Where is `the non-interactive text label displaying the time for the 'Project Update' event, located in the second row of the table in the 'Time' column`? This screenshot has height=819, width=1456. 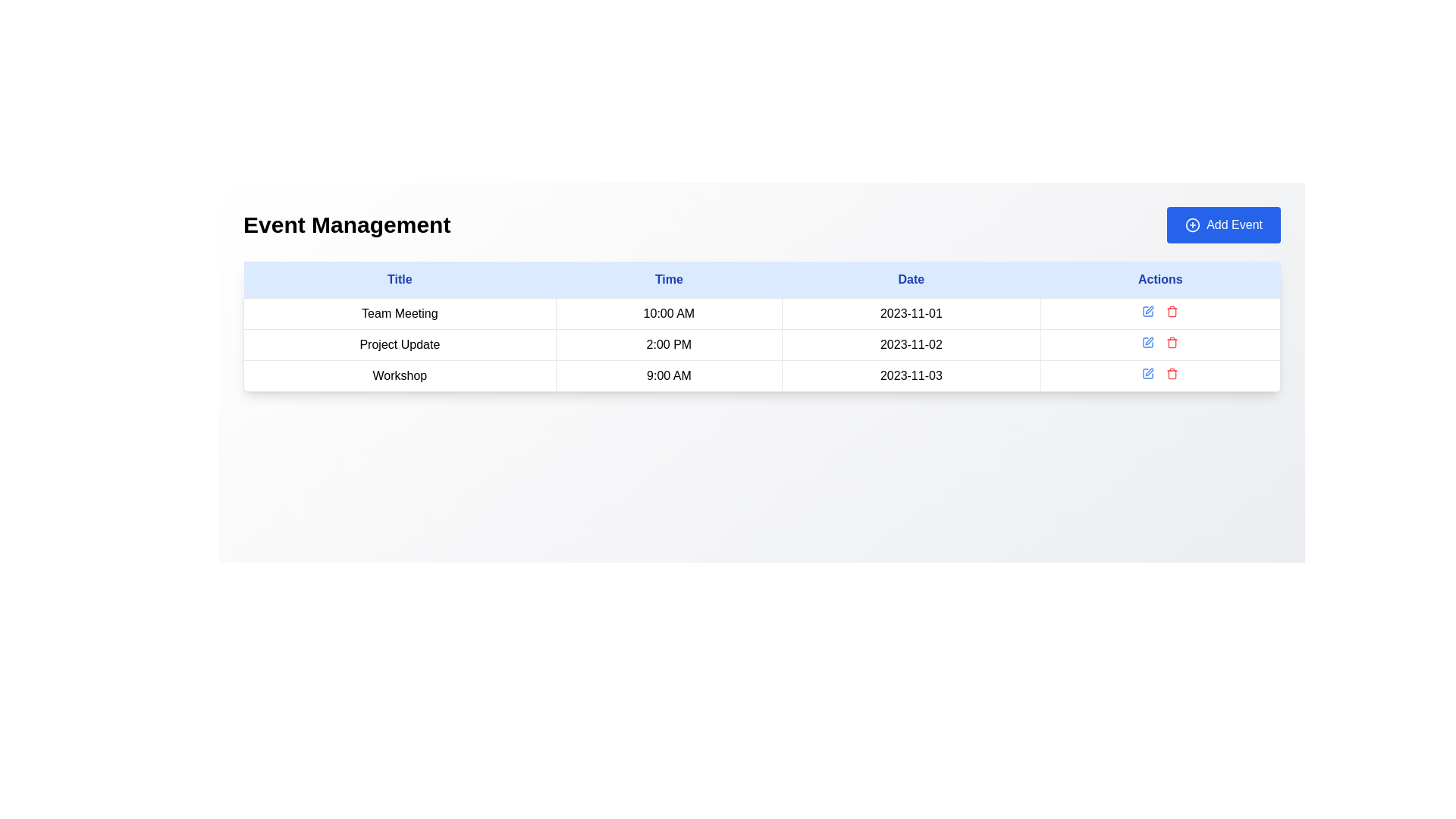
the non-interactive text label displaying the time for the 'Project Update' event, located in the second row of the table in the 'Time' column is located at coordinates (668, 345).